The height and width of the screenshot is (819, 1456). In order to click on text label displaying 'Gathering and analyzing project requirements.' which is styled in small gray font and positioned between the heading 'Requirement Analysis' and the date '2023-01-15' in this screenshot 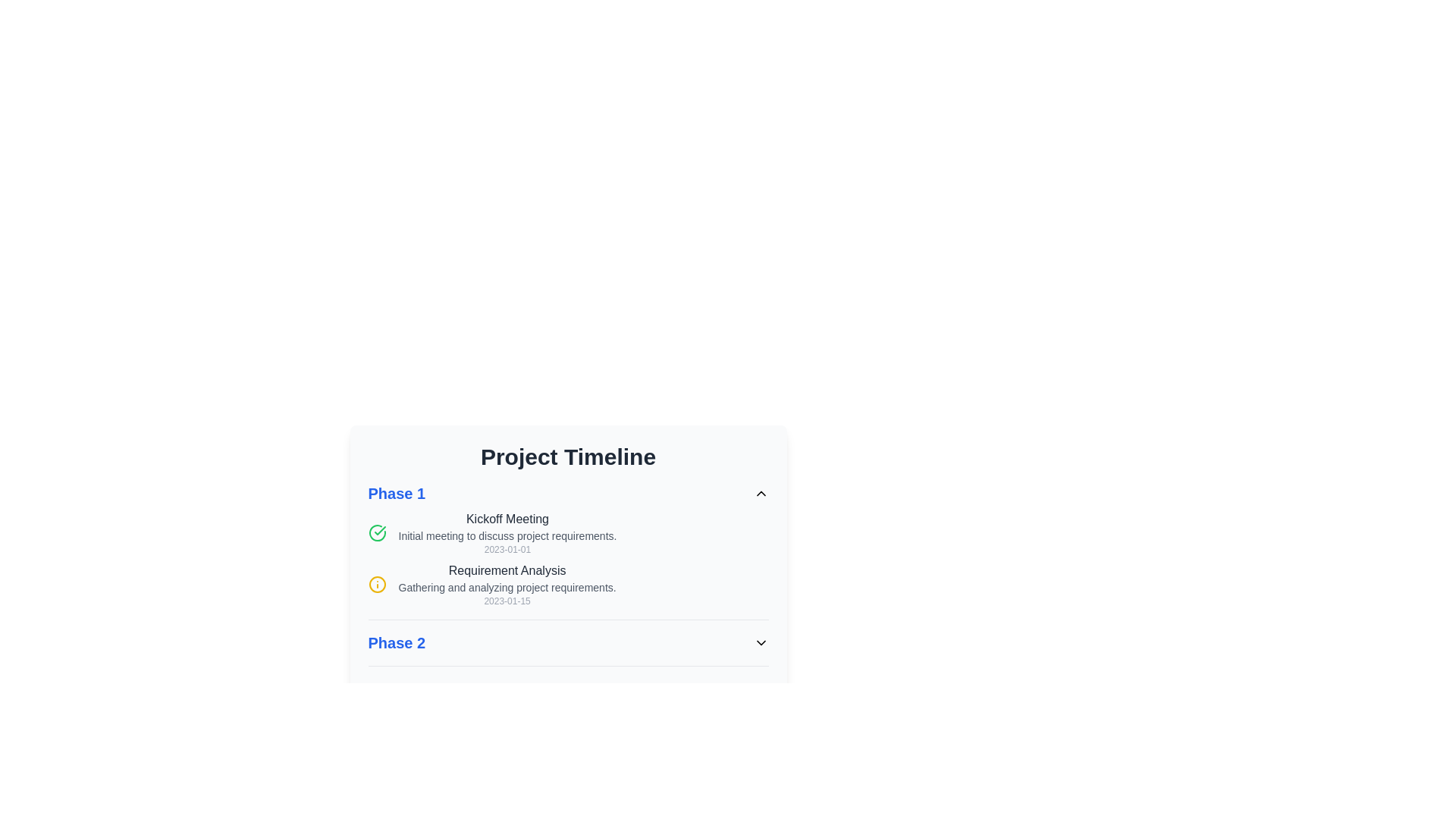, I will do `click(507, 587)`.